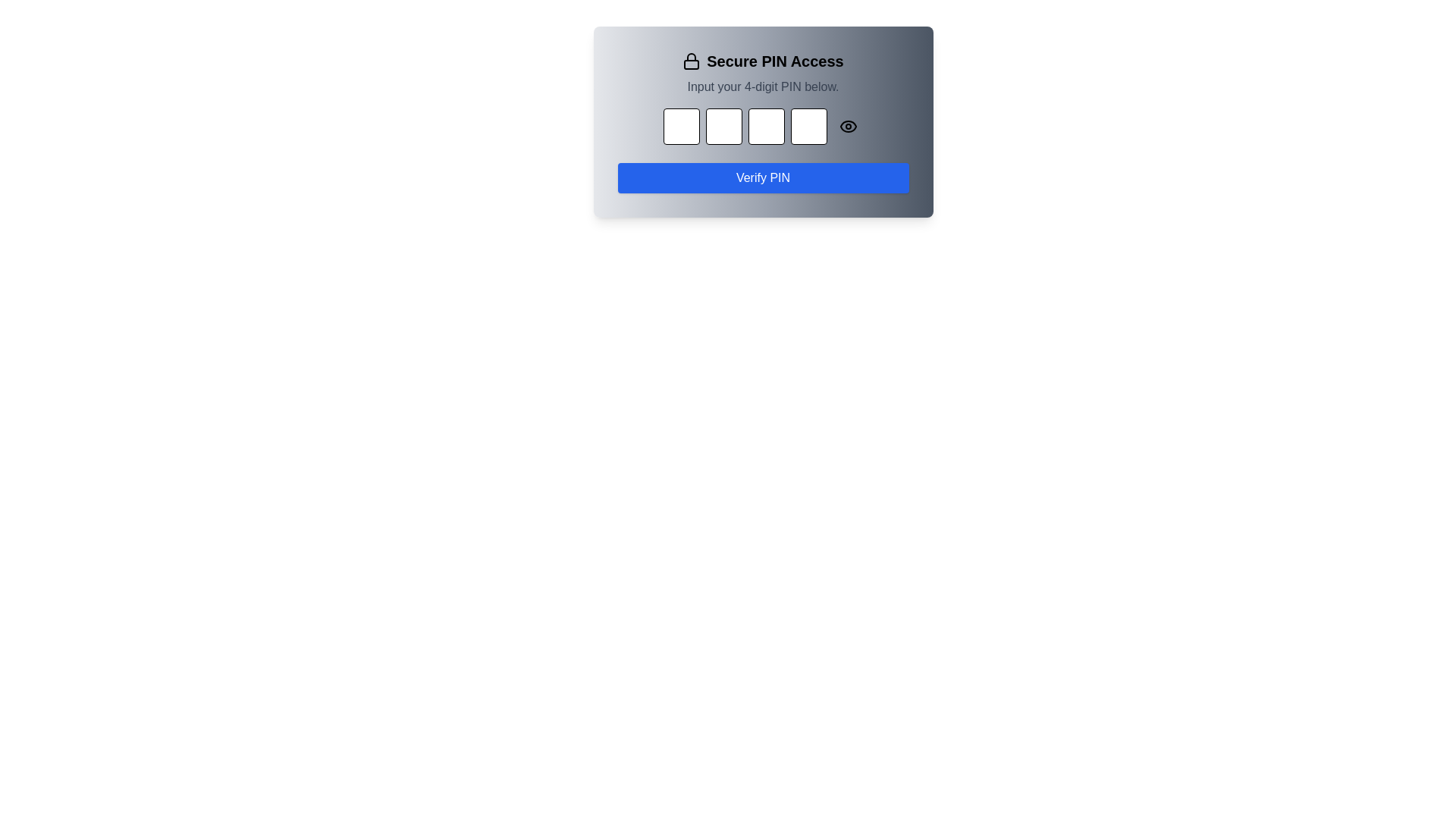 The width and height of the screenshot is (1456, 819). I want to click on the text label that reads 'Input your 4-digit PIN below.' which is styled in gray color and positioned below the header 'Secure PIN Access', so click(763, 87).